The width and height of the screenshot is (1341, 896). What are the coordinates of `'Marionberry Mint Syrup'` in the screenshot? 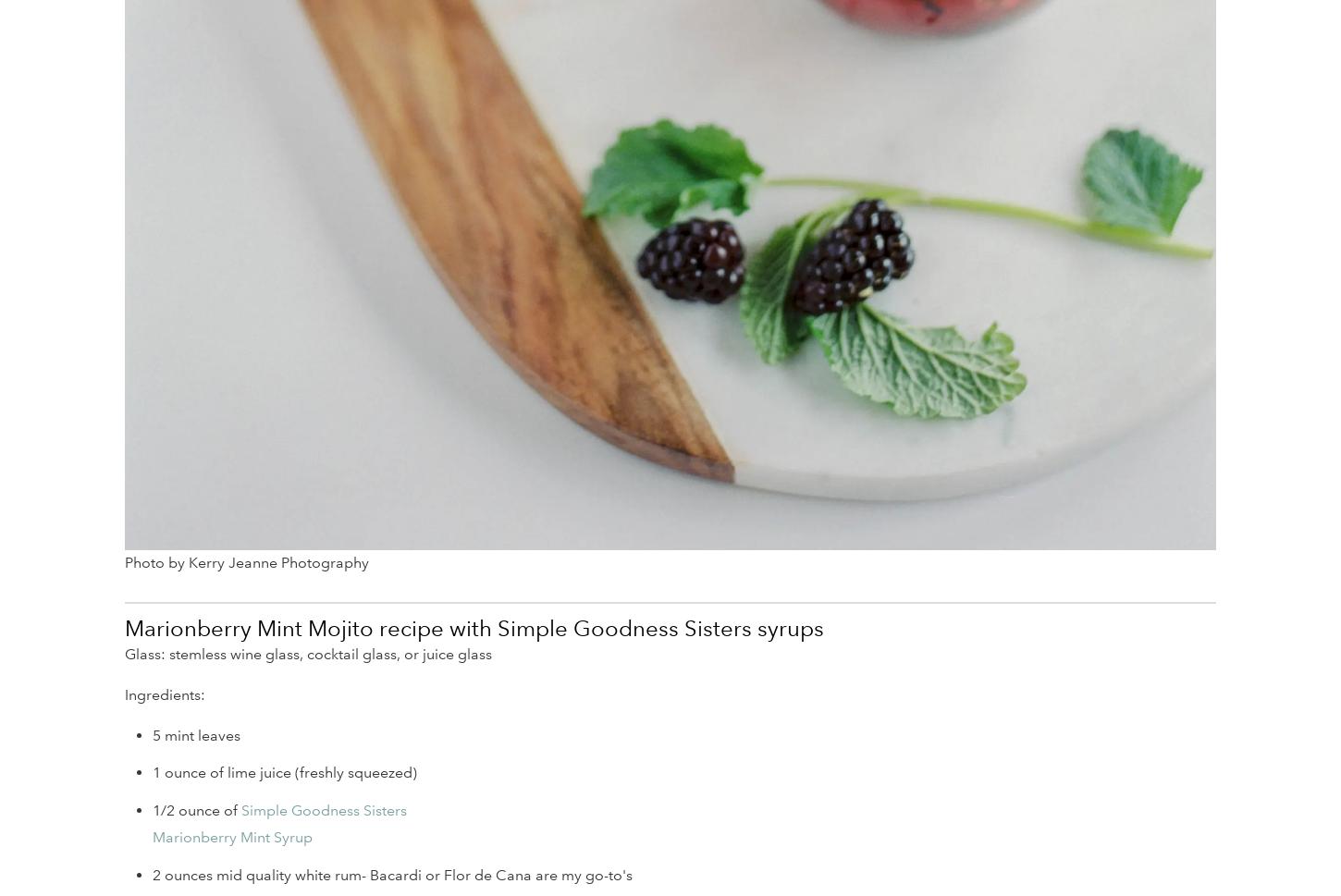 It's located at (232, 837).